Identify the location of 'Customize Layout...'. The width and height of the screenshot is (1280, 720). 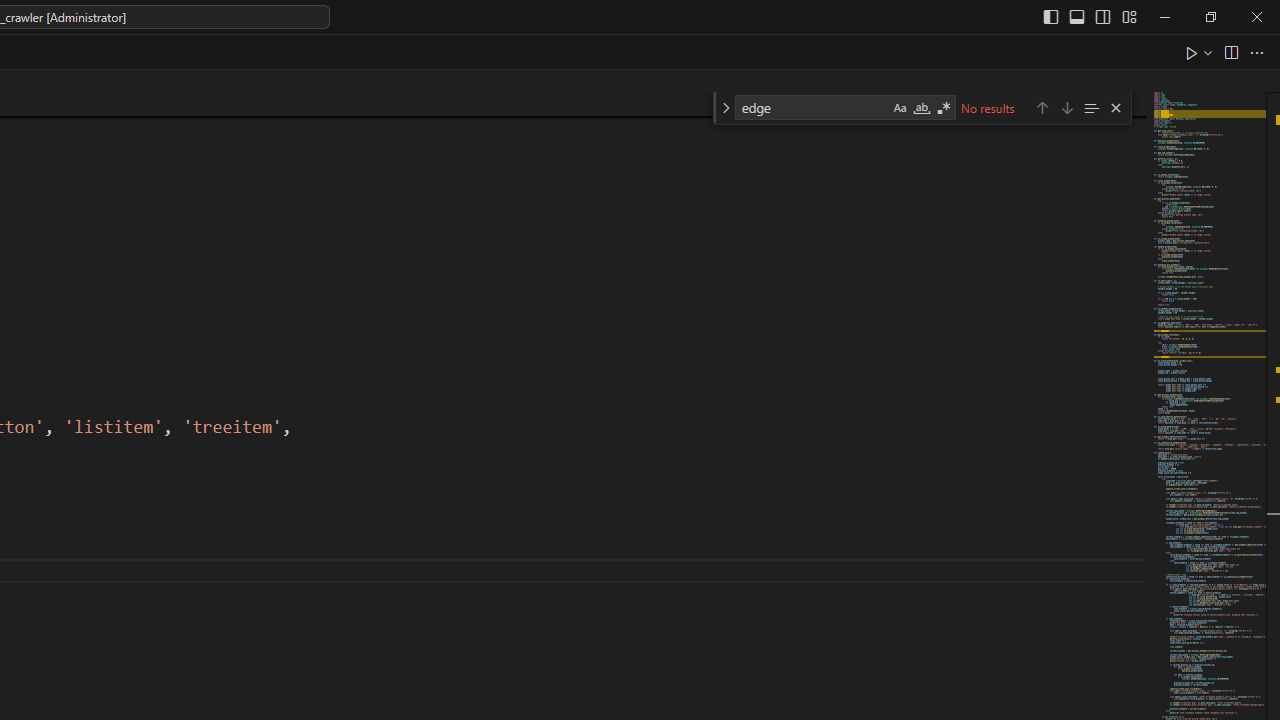
(1128, 16).